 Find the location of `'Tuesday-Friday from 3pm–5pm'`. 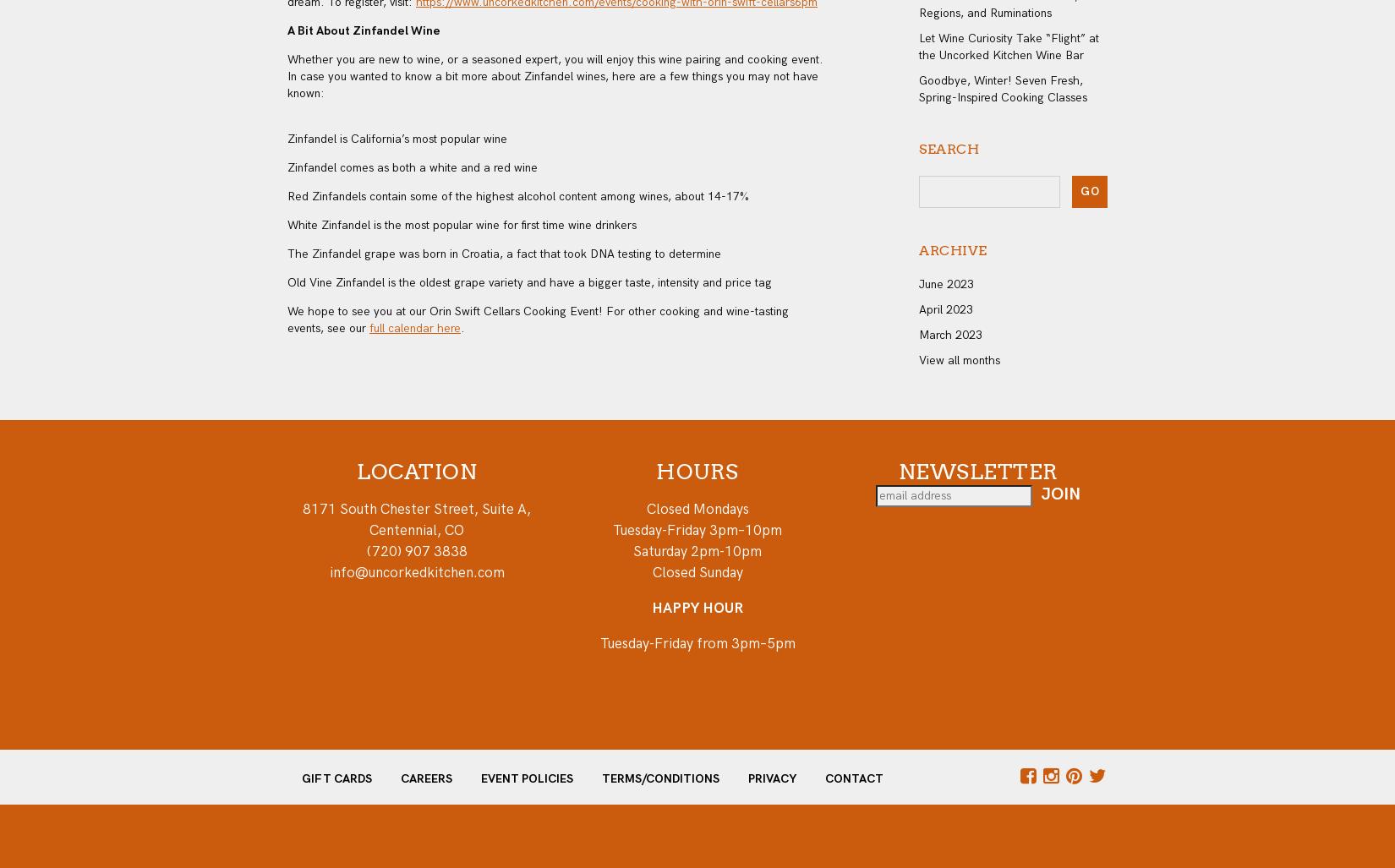

'Tuesday-Friday from 3pm–5pm' is located at coordinates (696, 642).